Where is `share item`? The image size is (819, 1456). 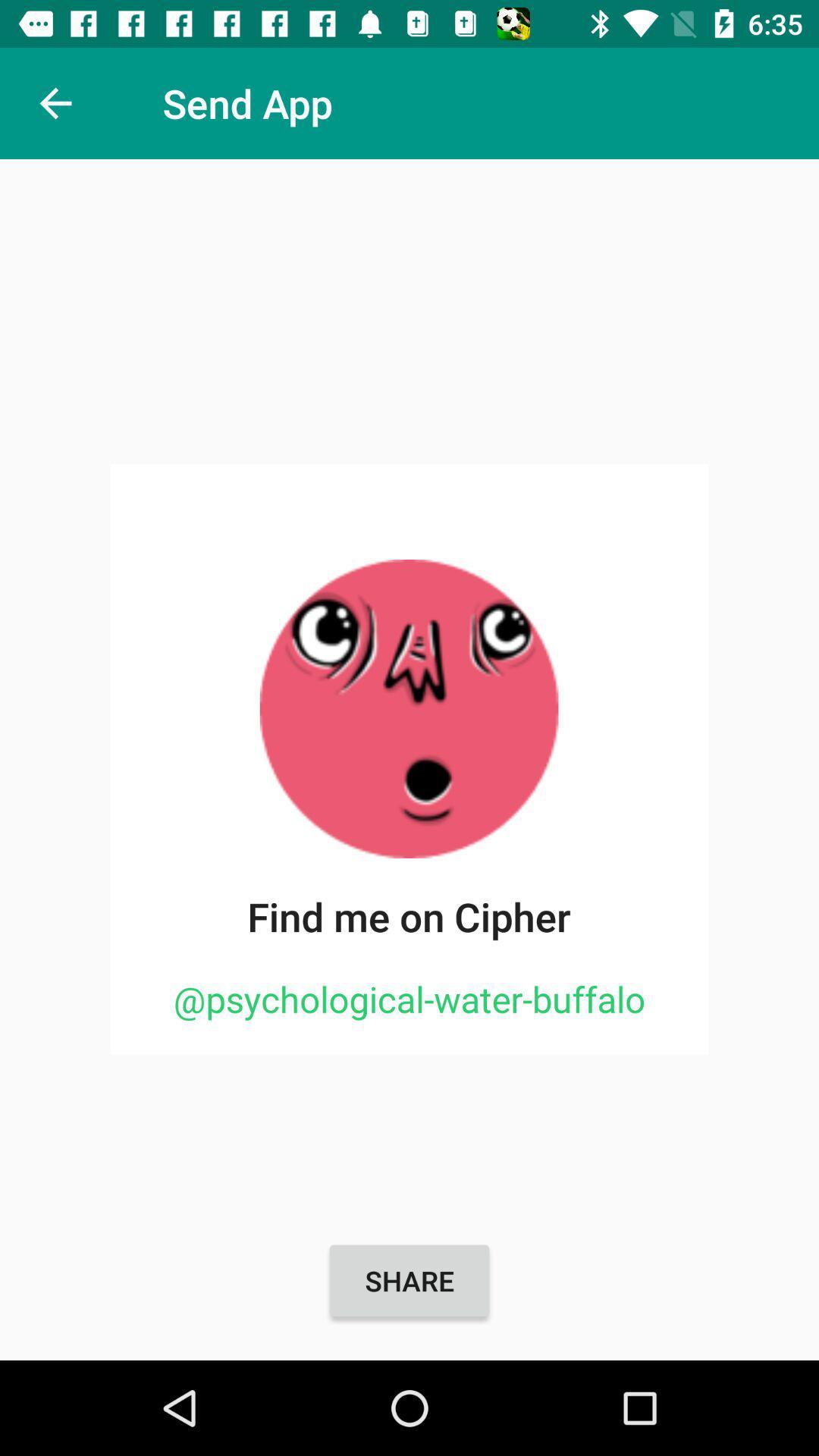 share item is located at coordinates (409, 1280).